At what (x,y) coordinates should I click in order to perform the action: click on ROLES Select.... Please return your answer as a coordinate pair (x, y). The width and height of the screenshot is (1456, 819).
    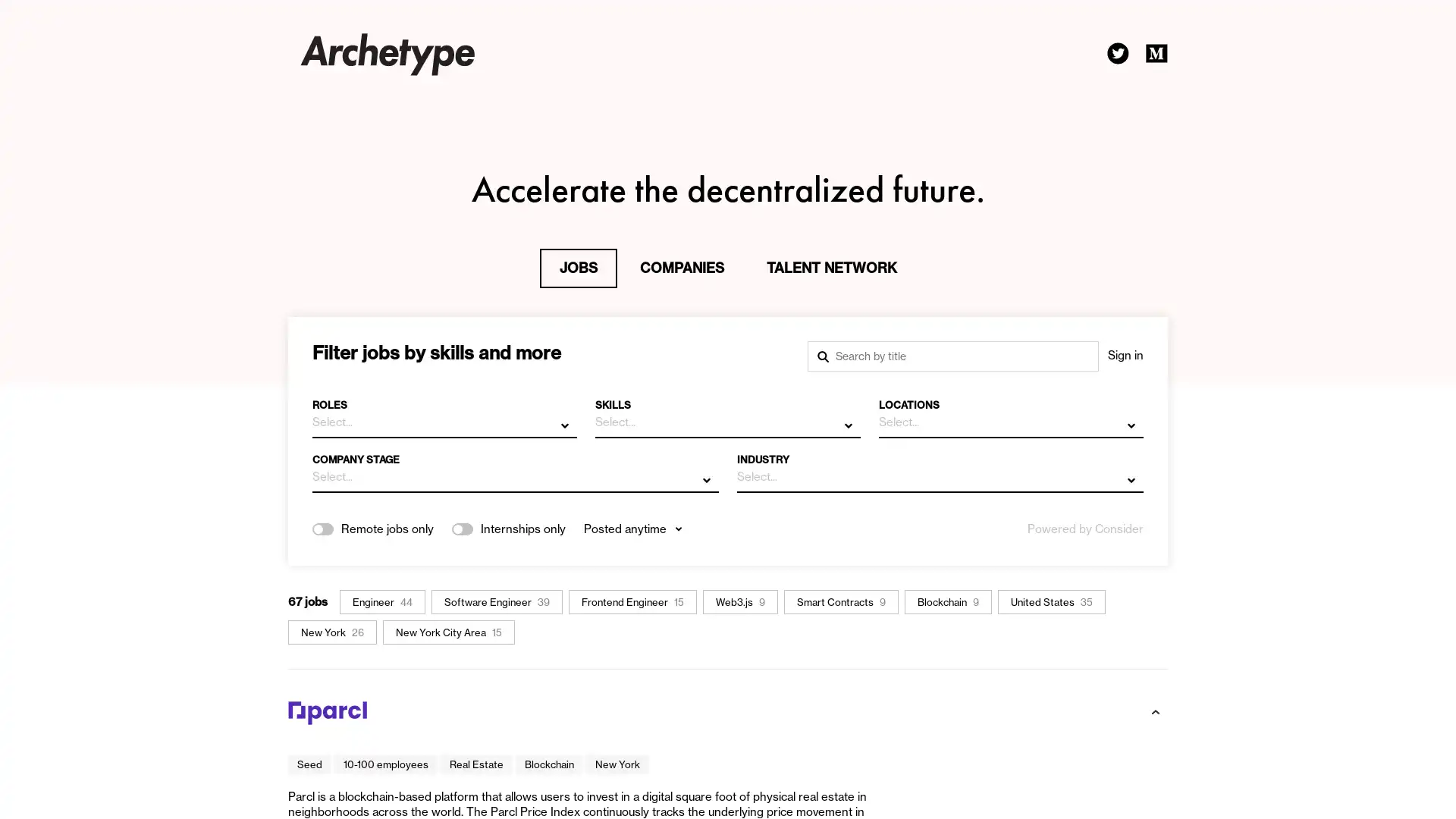
    Looking at the image, I should click on (444, 413).